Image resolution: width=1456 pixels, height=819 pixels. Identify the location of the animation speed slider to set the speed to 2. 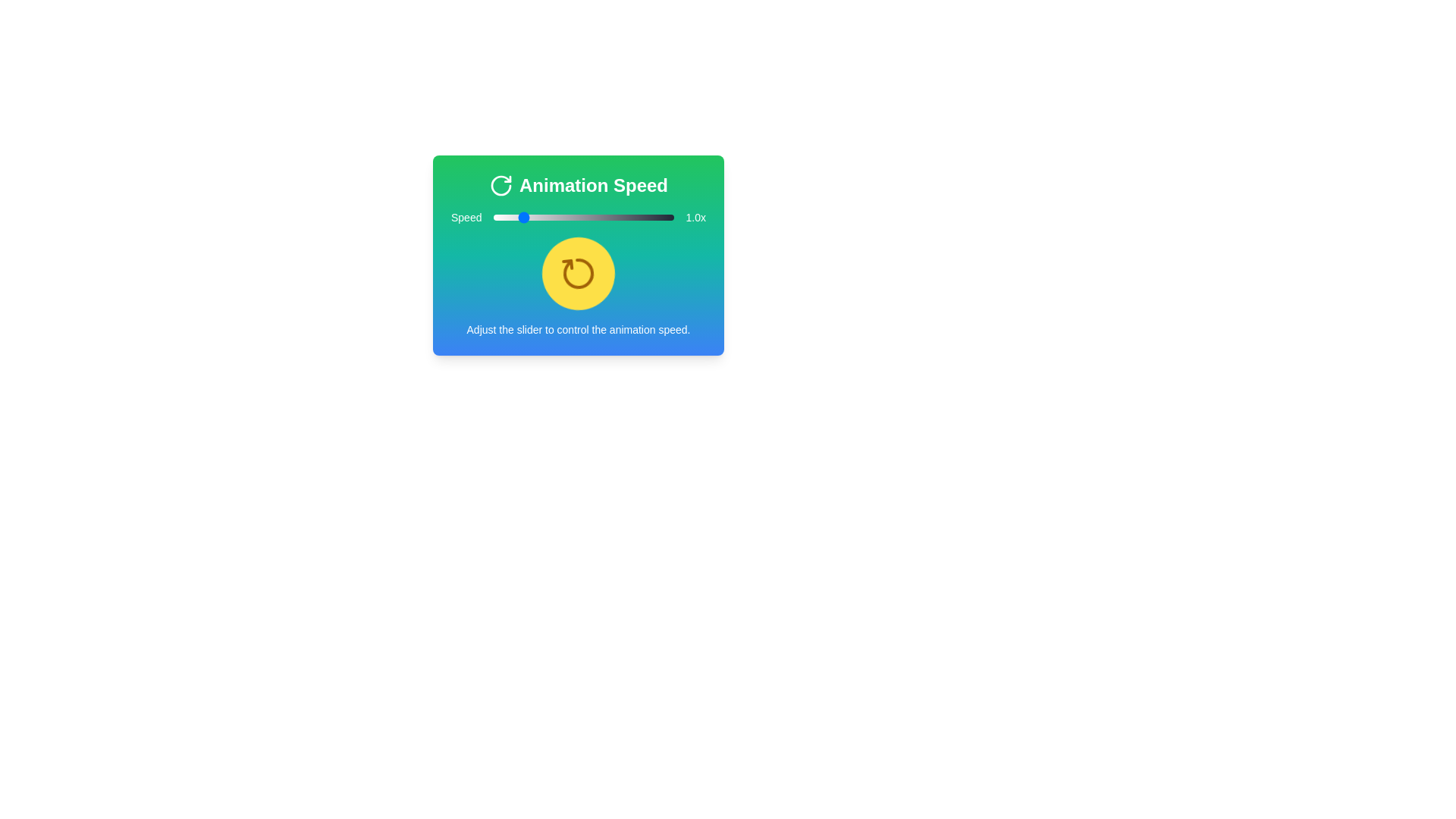
(570, 217).